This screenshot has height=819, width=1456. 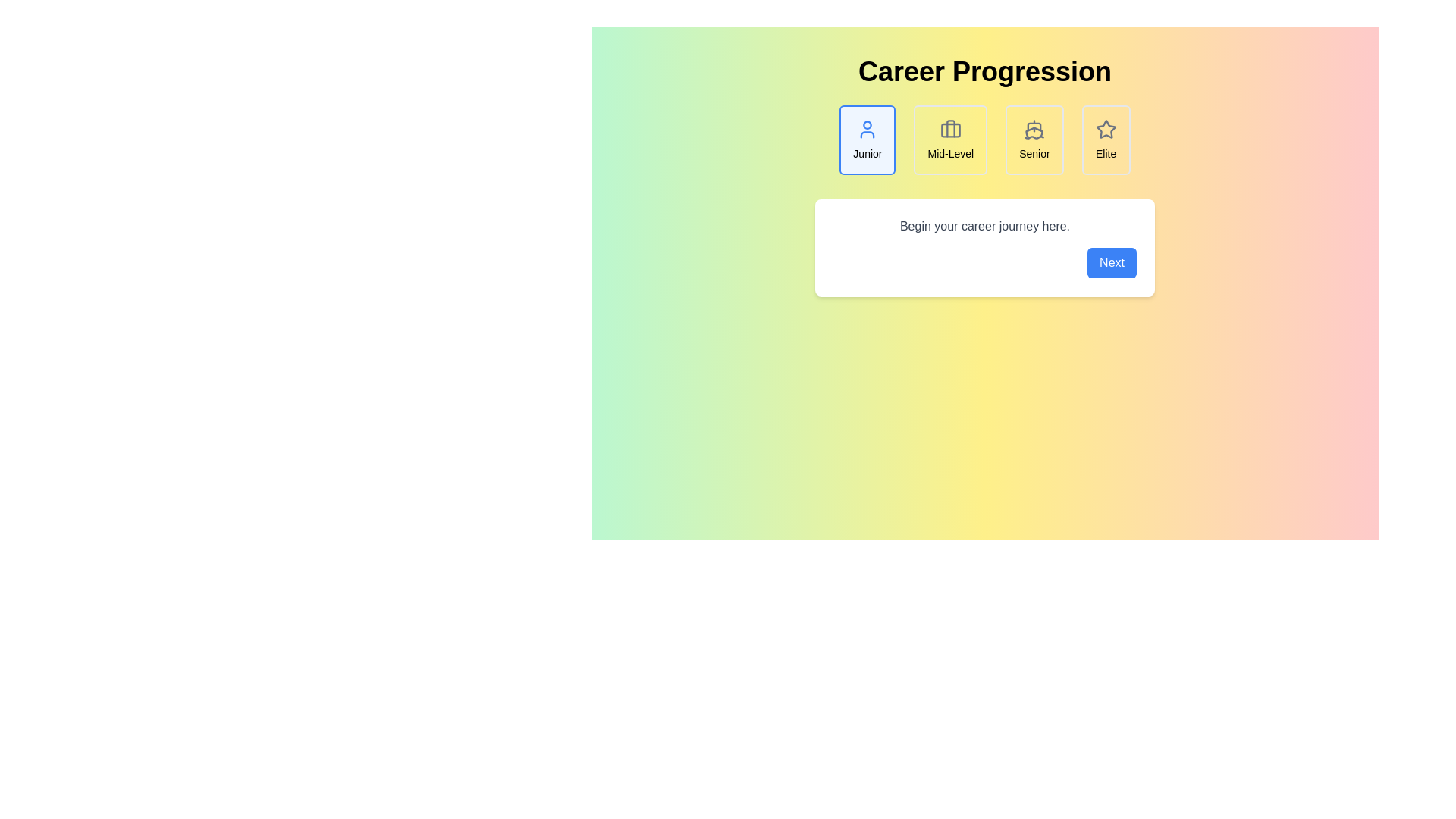 I want to click on the Junior career step to view its details, so click(x=867, y=140).